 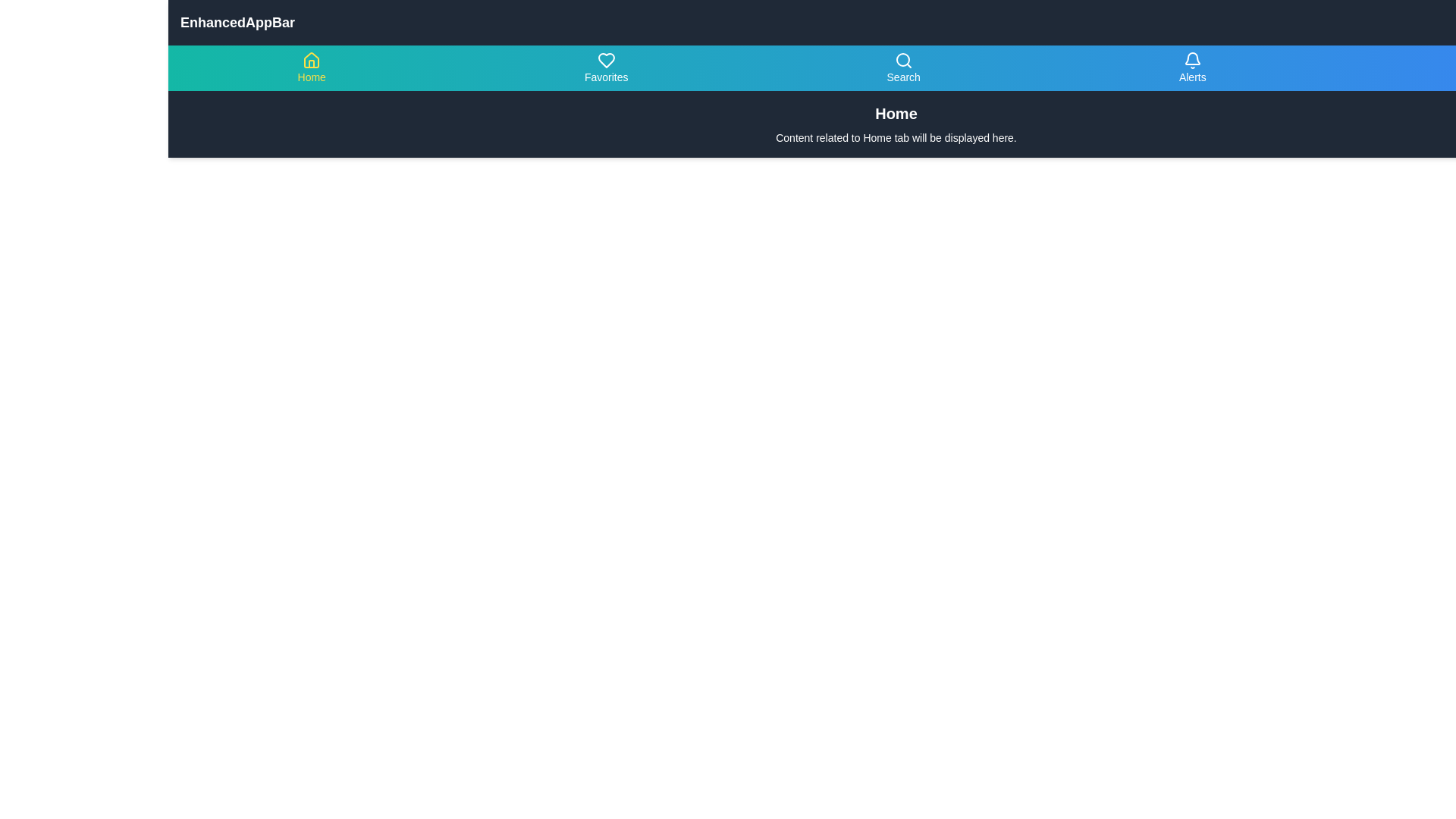 I want to click on the Favorites tab, so click(x=604, y=67).